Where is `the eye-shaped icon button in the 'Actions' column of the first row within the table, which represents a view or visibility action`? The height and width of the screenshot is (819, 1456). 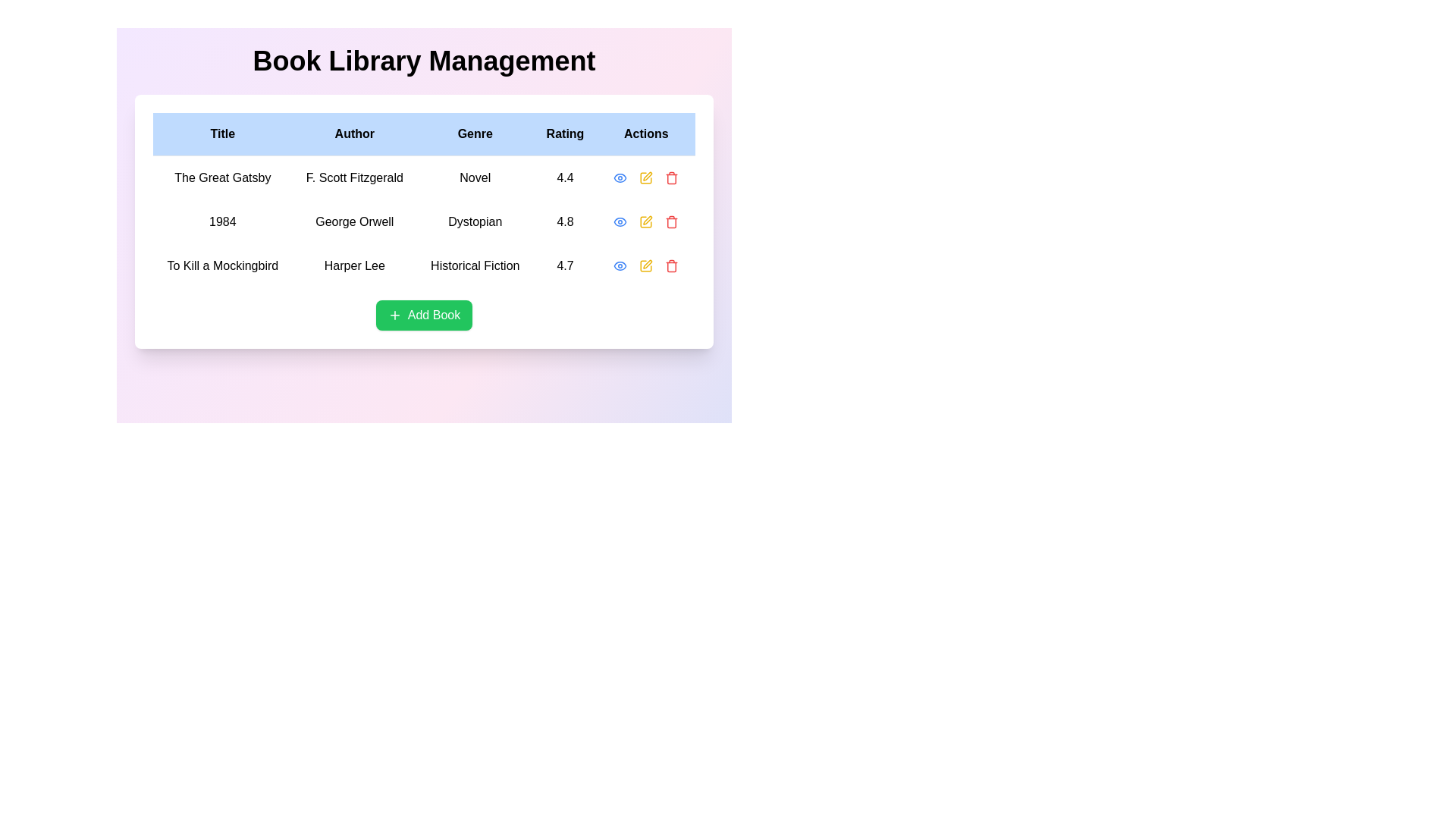 the eye-shaped icon button in the 'Actions' column of the first row within the table, which represents a view or visibility action is located at coordinates (620, 222).